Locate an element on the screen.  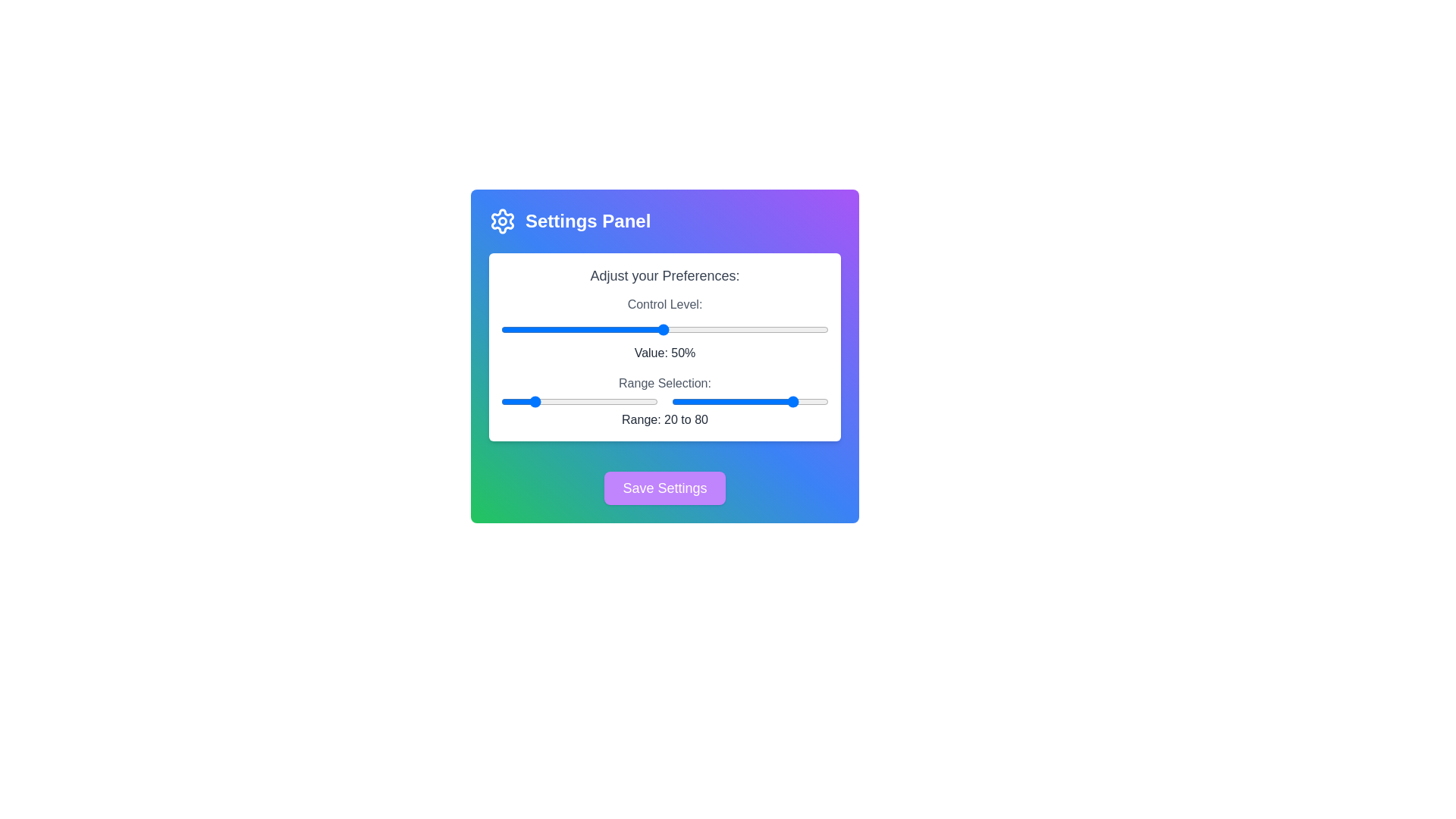
the slider is located at coordinates (749, 400).